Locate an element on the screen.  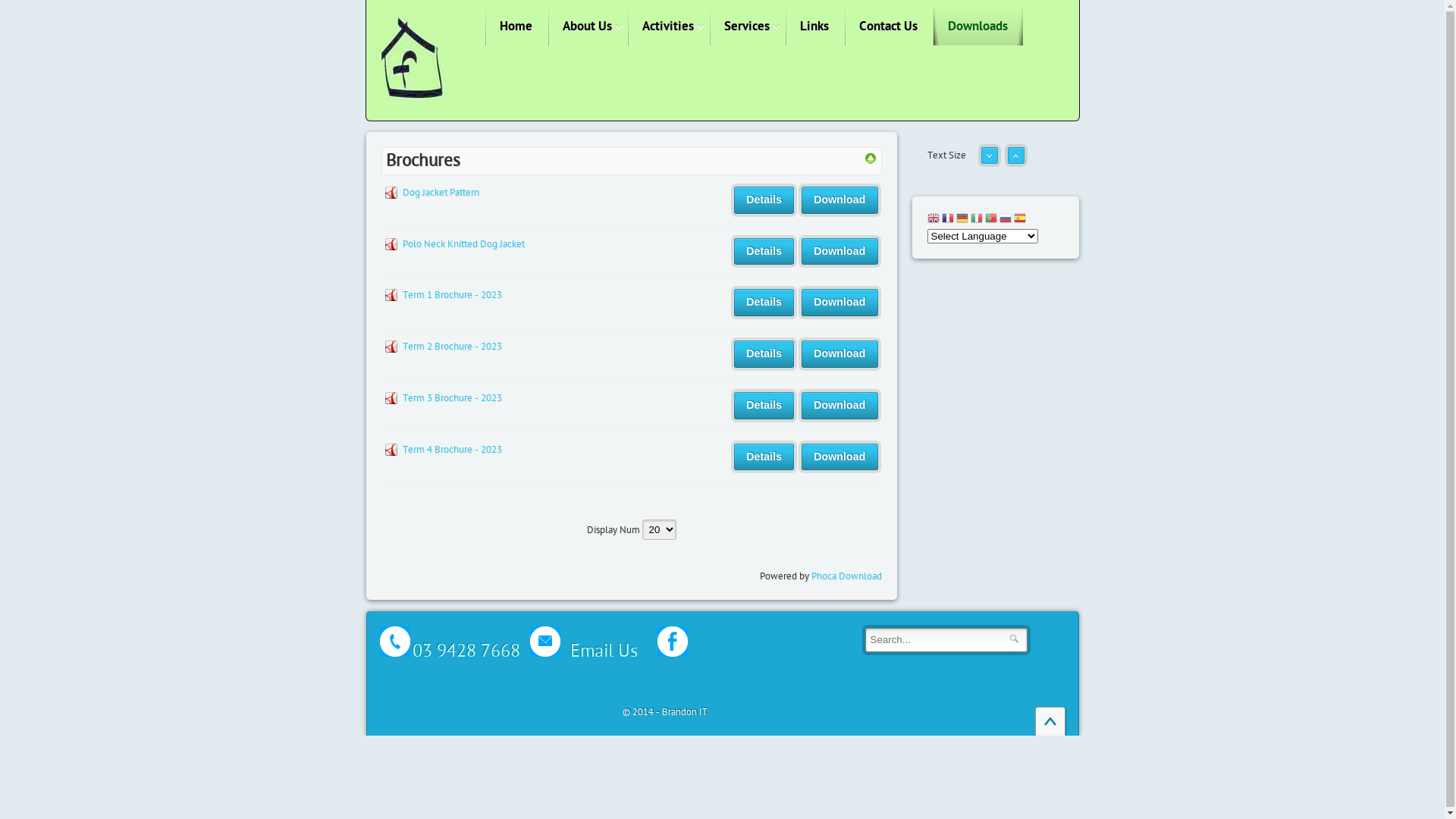
'Term 3 Brochure - 2023' is located at coordinates (401, 397).